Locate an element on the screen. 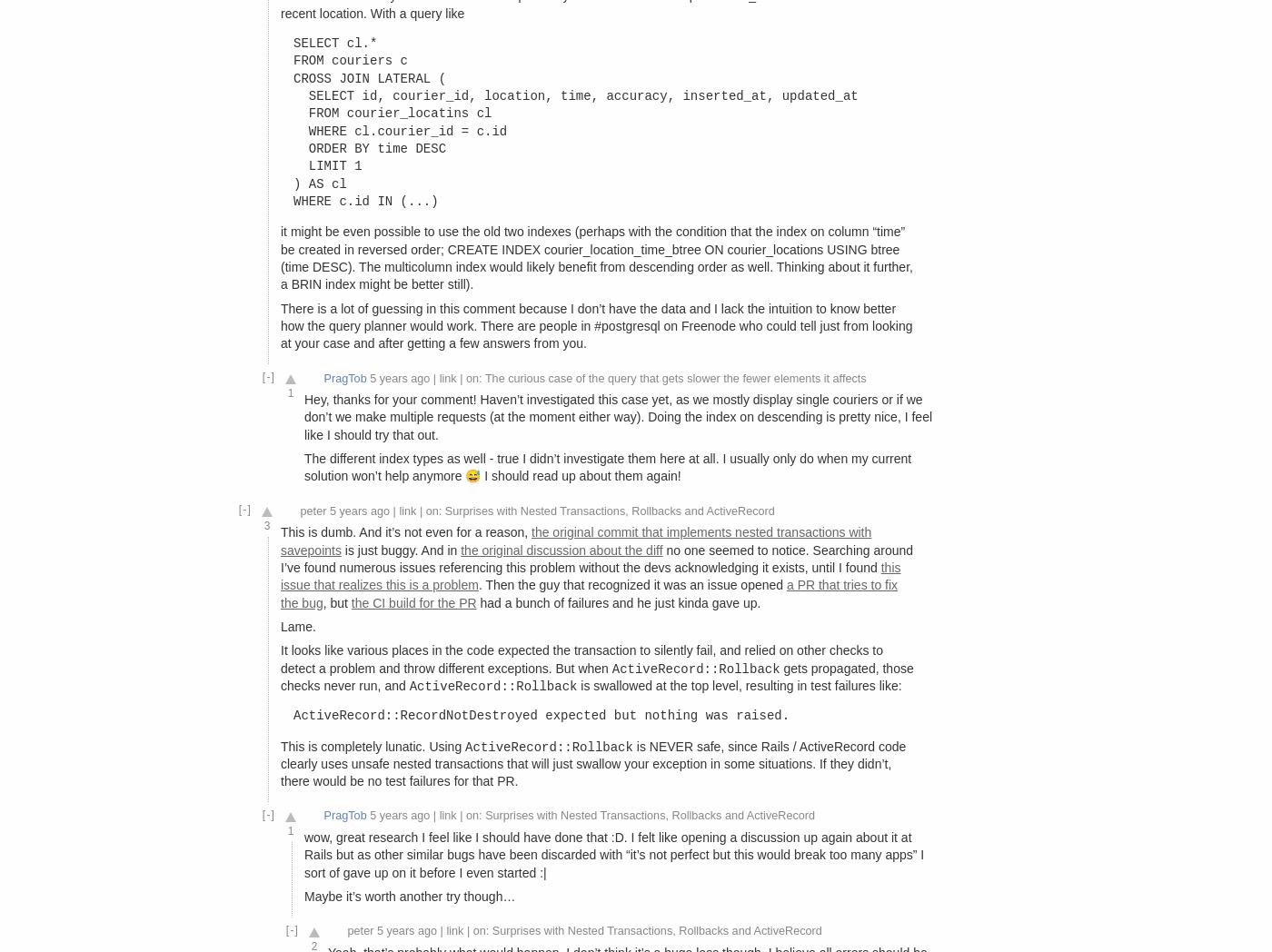  'wow, great research I feel like I should have done that :D. I felt like opening a discussion up again about it at Rails but as other similar bugs have been discarded with “it’s not perfect but this would break too many apps” I sort of gave up on it before I even started :|' is located at coordinates (614, 854).